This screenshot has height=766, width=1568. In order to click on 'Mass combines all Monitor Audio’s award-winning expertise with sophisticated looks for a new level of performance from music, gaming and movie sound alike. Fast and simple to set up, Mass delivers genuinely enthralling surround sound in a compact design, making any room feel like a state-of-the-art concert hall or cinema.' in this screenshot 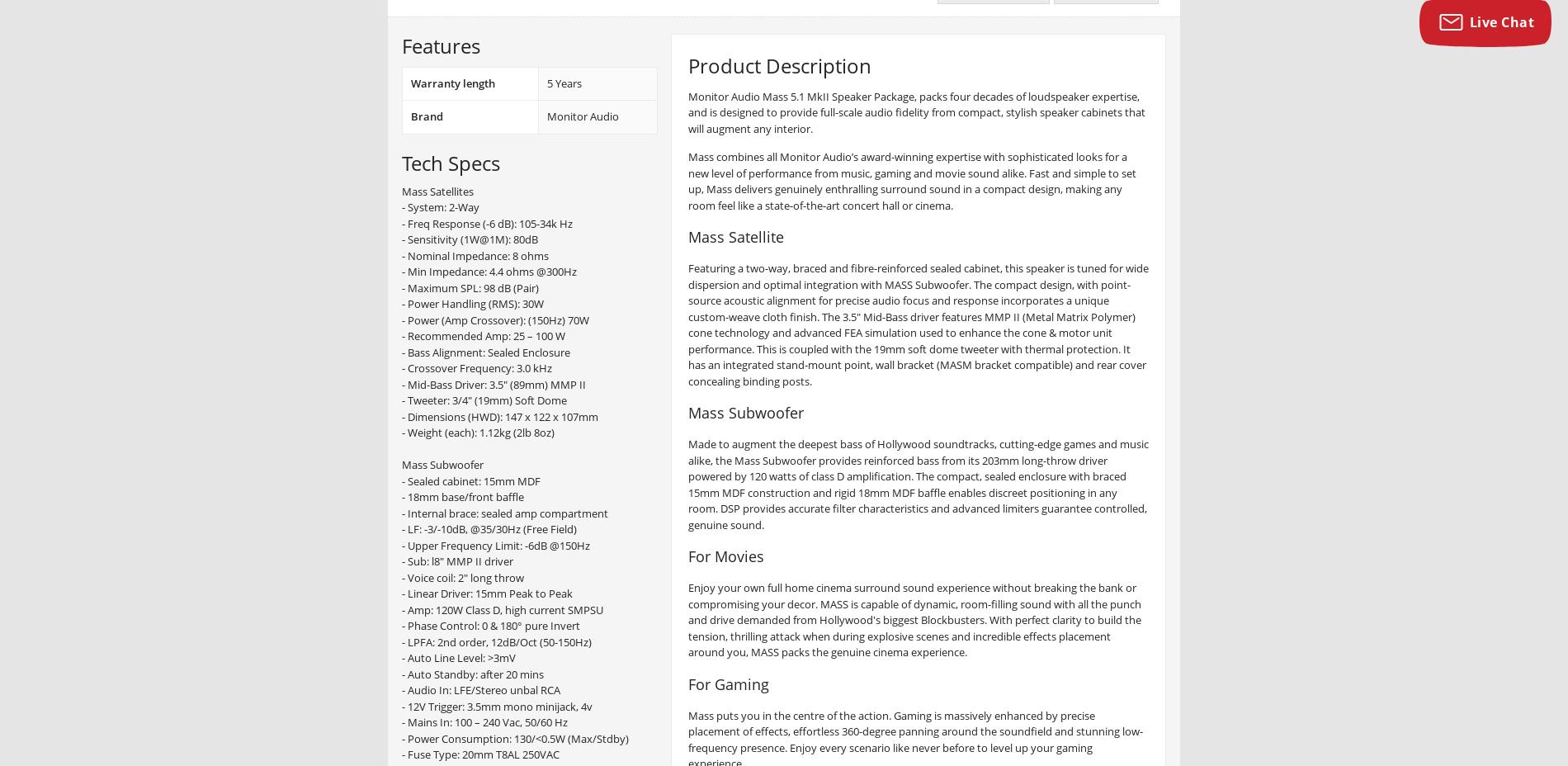, I will do `click(912, 181)`.